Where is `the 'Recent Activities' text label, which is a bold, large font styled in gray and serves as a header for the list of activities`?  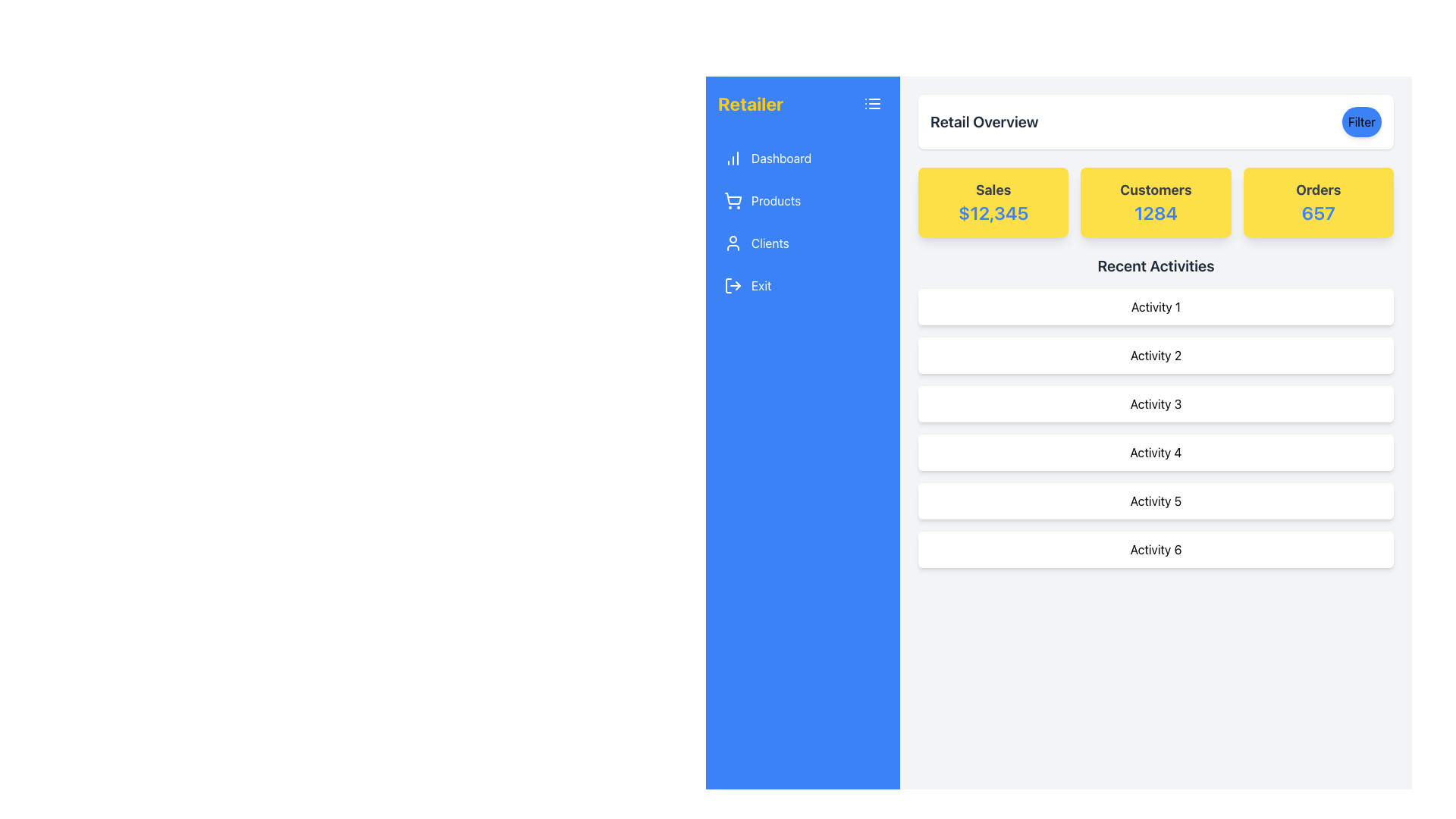 the 'Recent Activities' text label, which is a bold, large font styled in gray and serves as a header for the list of activities is located at coordinates (1155, 265).